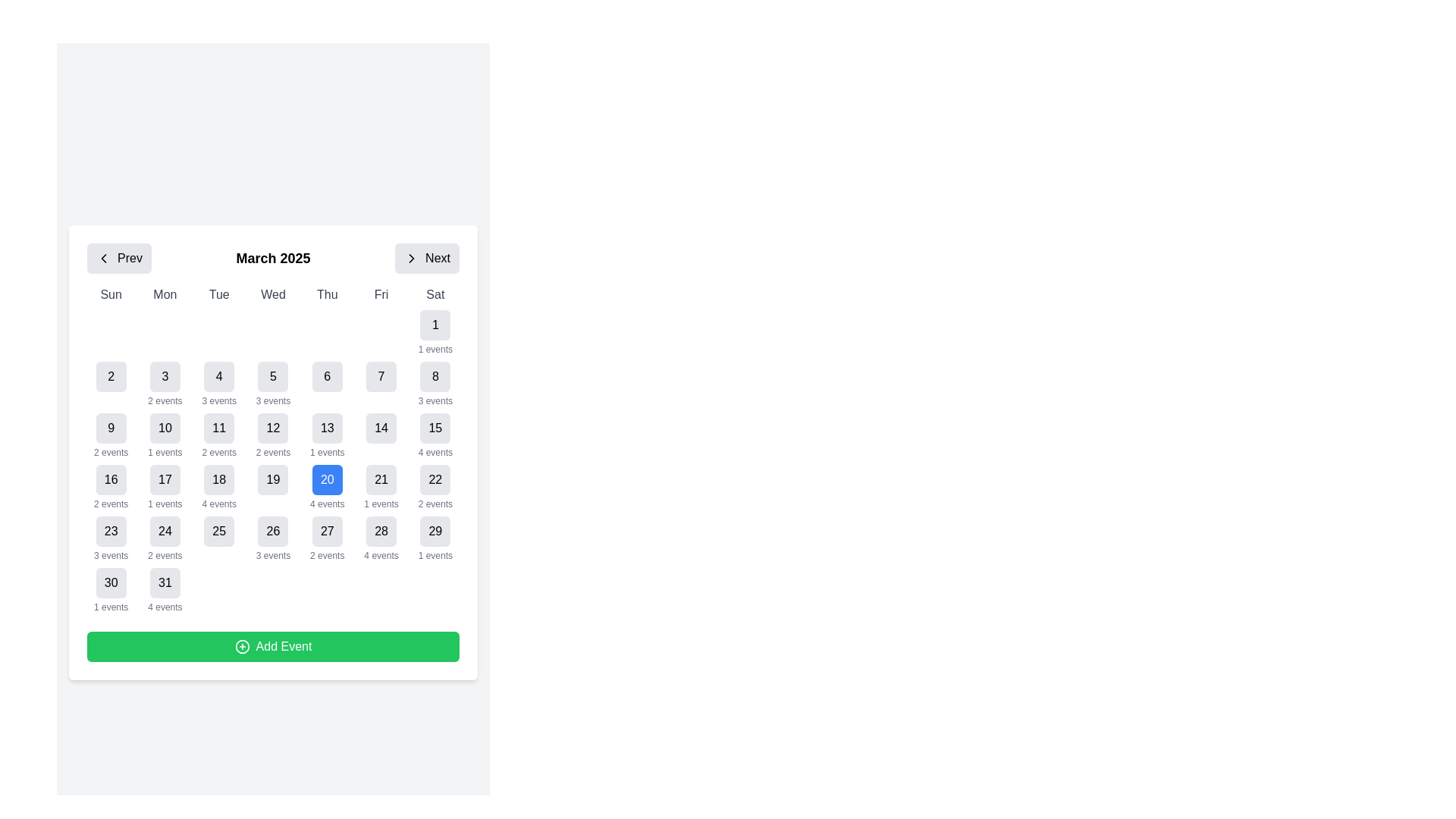 The height and width of the screenshot is (819, 1456). What do you see at coordinates (381, 332) in the screenshot?
I see `the empty calendar cell located in the second row and sixth column of the calendar grid, under the 'Fri' column` at bounding box center [381, 332].